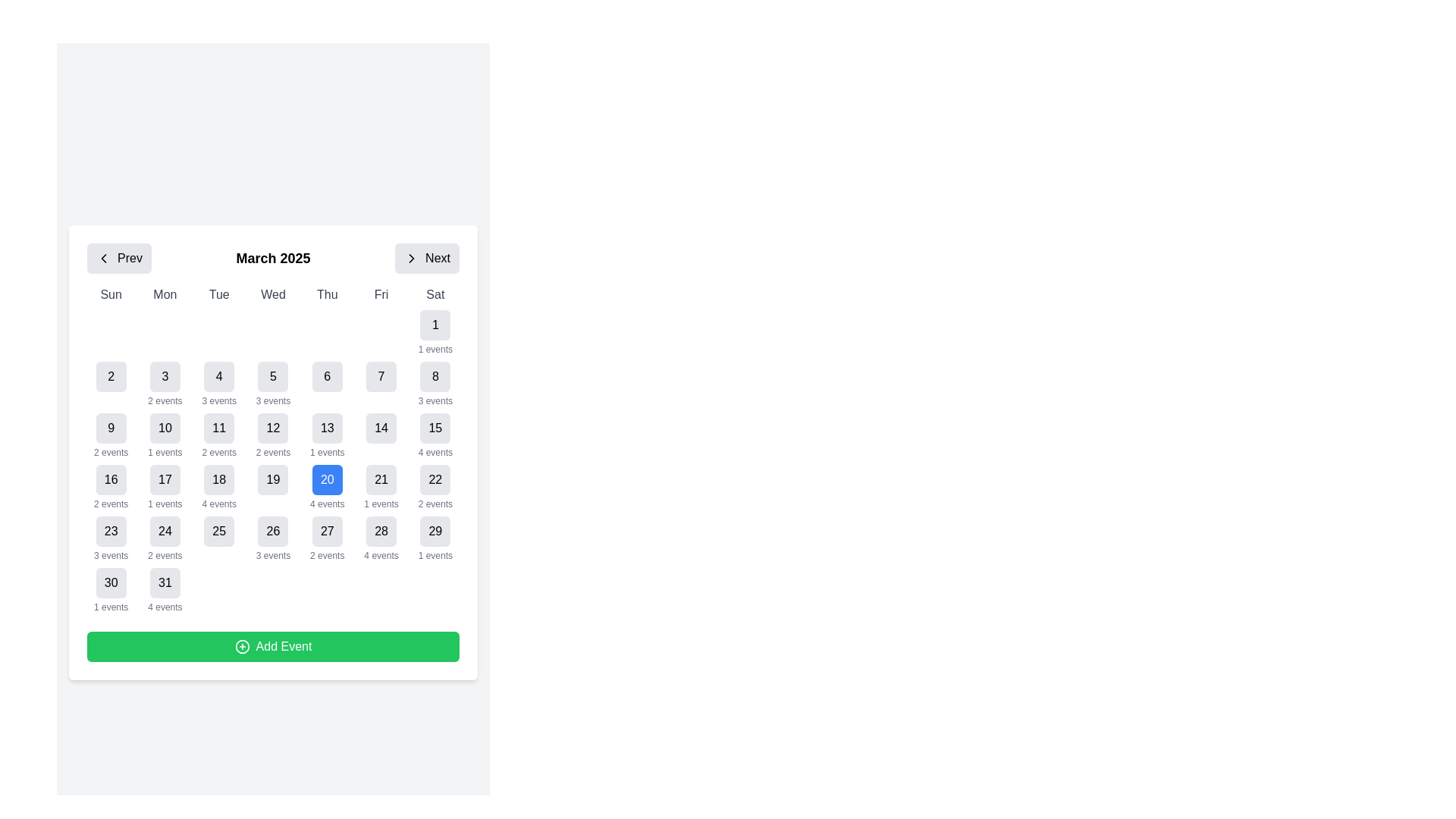 The height and width of the screenshot is (819, 1456). What do you see at coordinates (381, 332) in the screenshot?
I see `the empty calendar cell located in the second row and sixth column of the calendar grid, under the 'Fri' column` at bounding box center [381, 332].